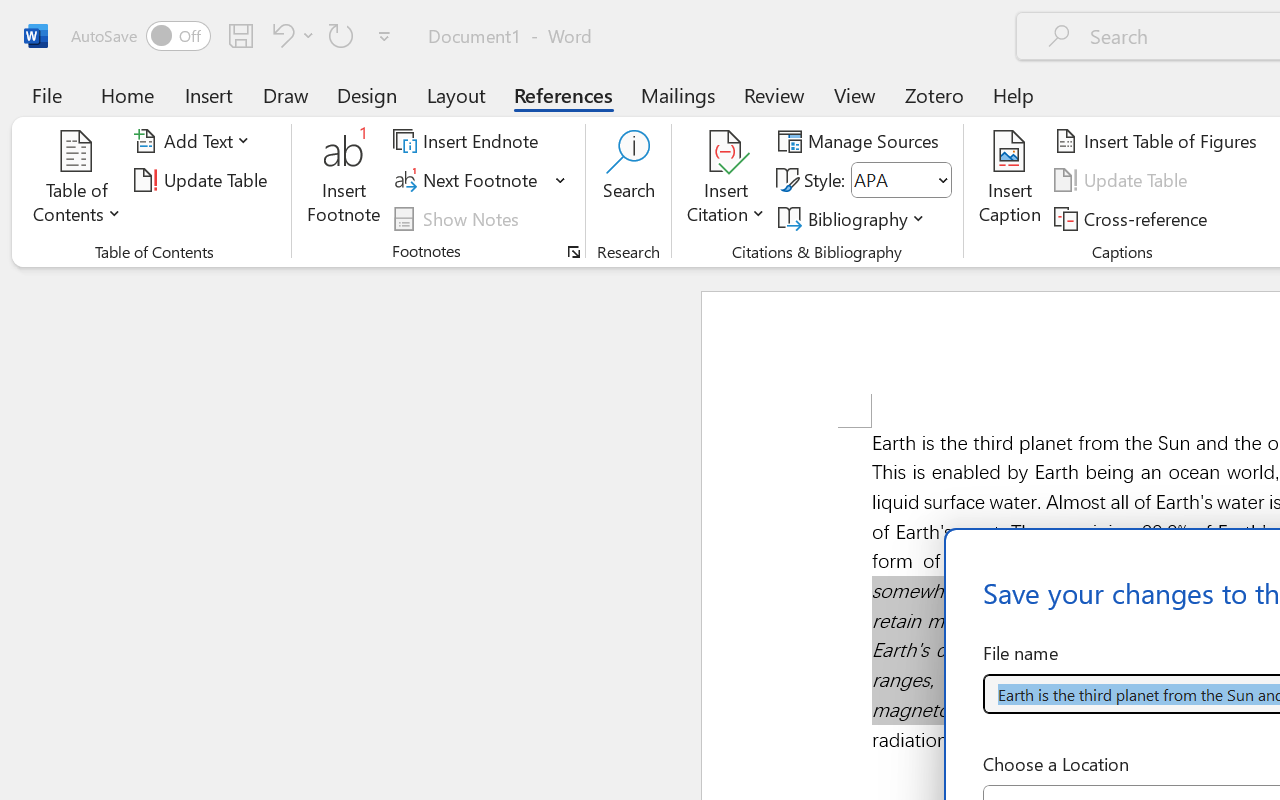  What do you see at coordinates (344, 179) in the screenshot?
I see `'Insert Footnote'` at bounding box center [344, 179].